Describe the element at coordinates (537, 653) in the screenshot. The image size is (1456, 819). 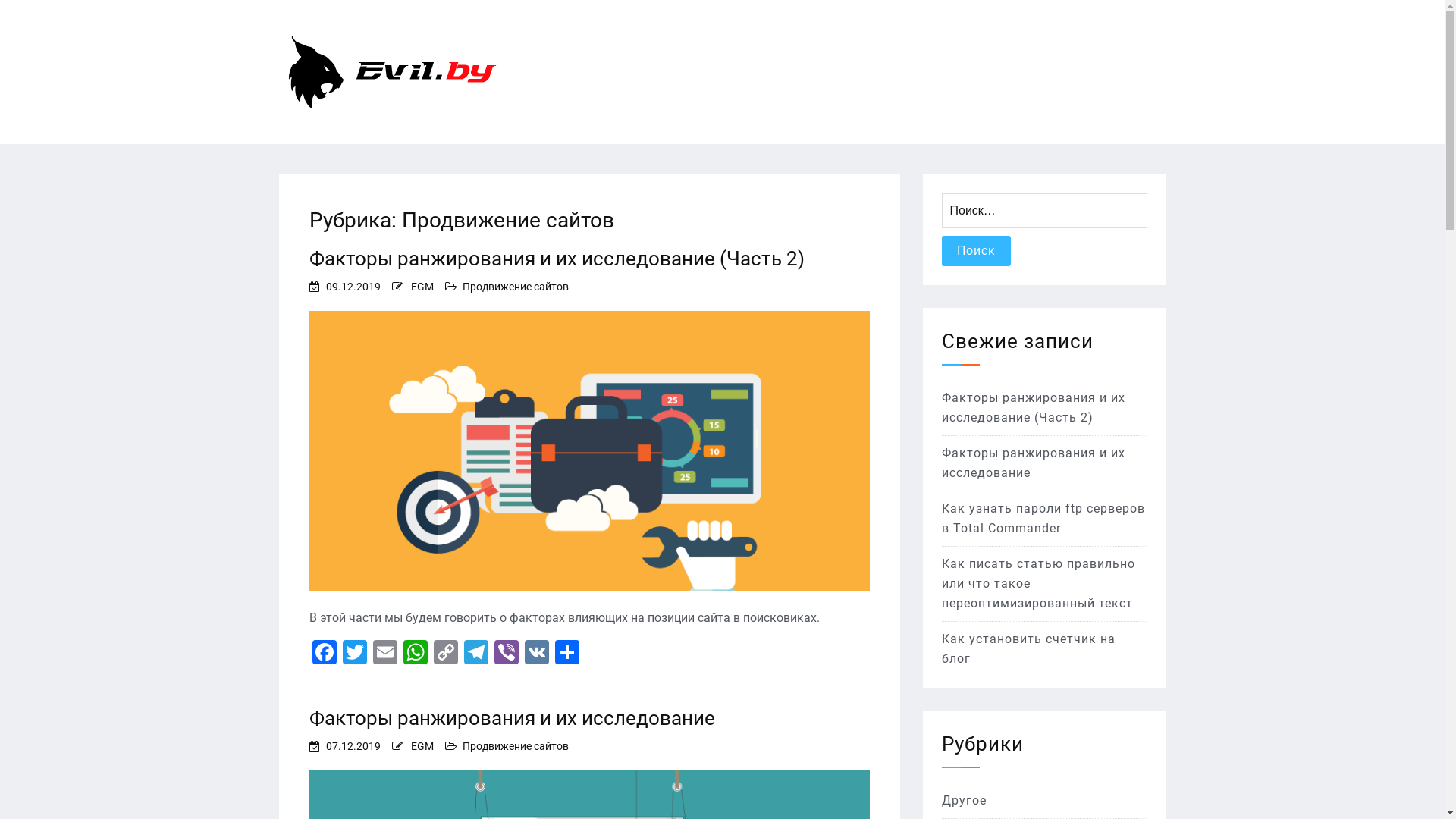
I see `'VK'` at that location.